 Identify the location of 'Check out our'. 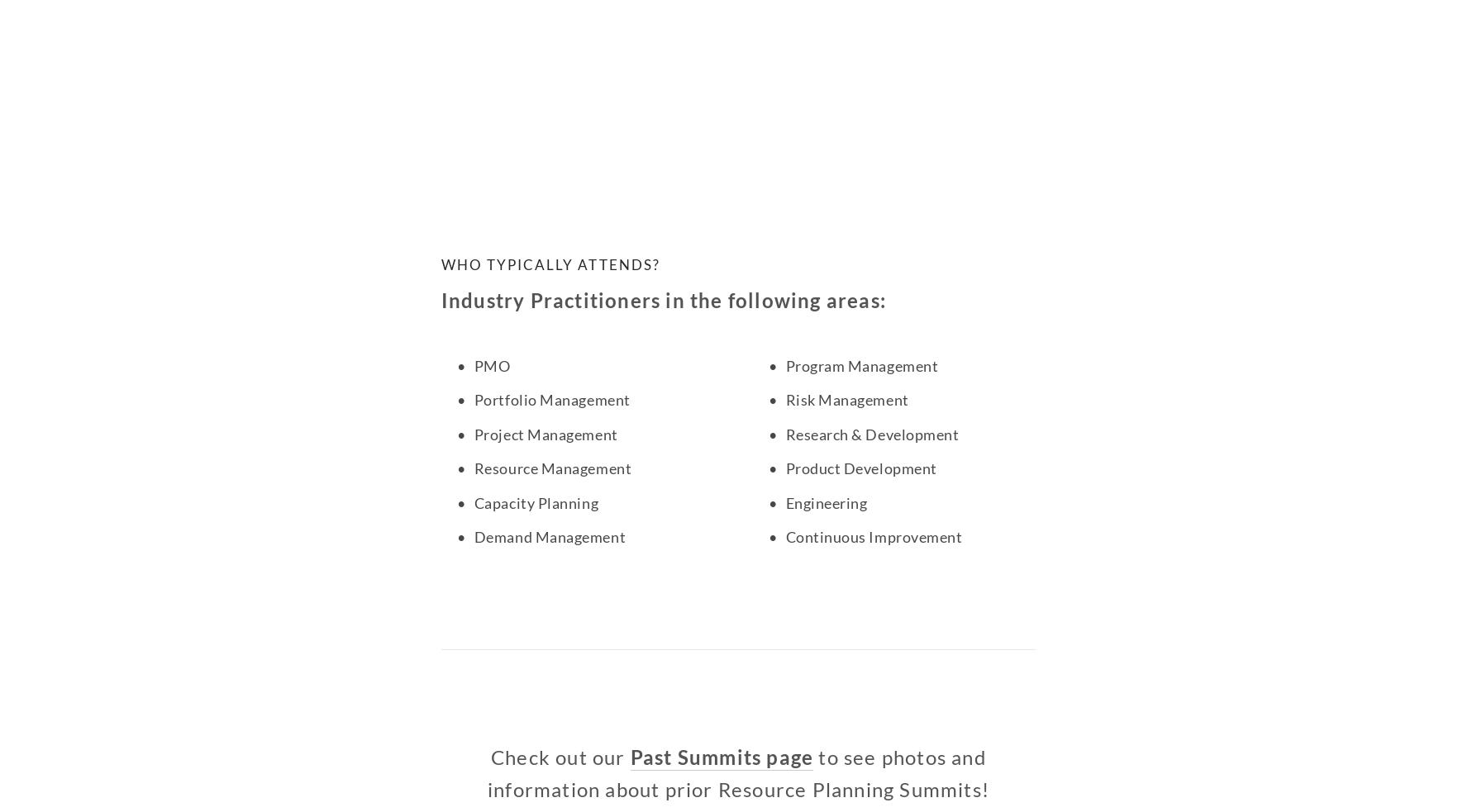
(559, 756).